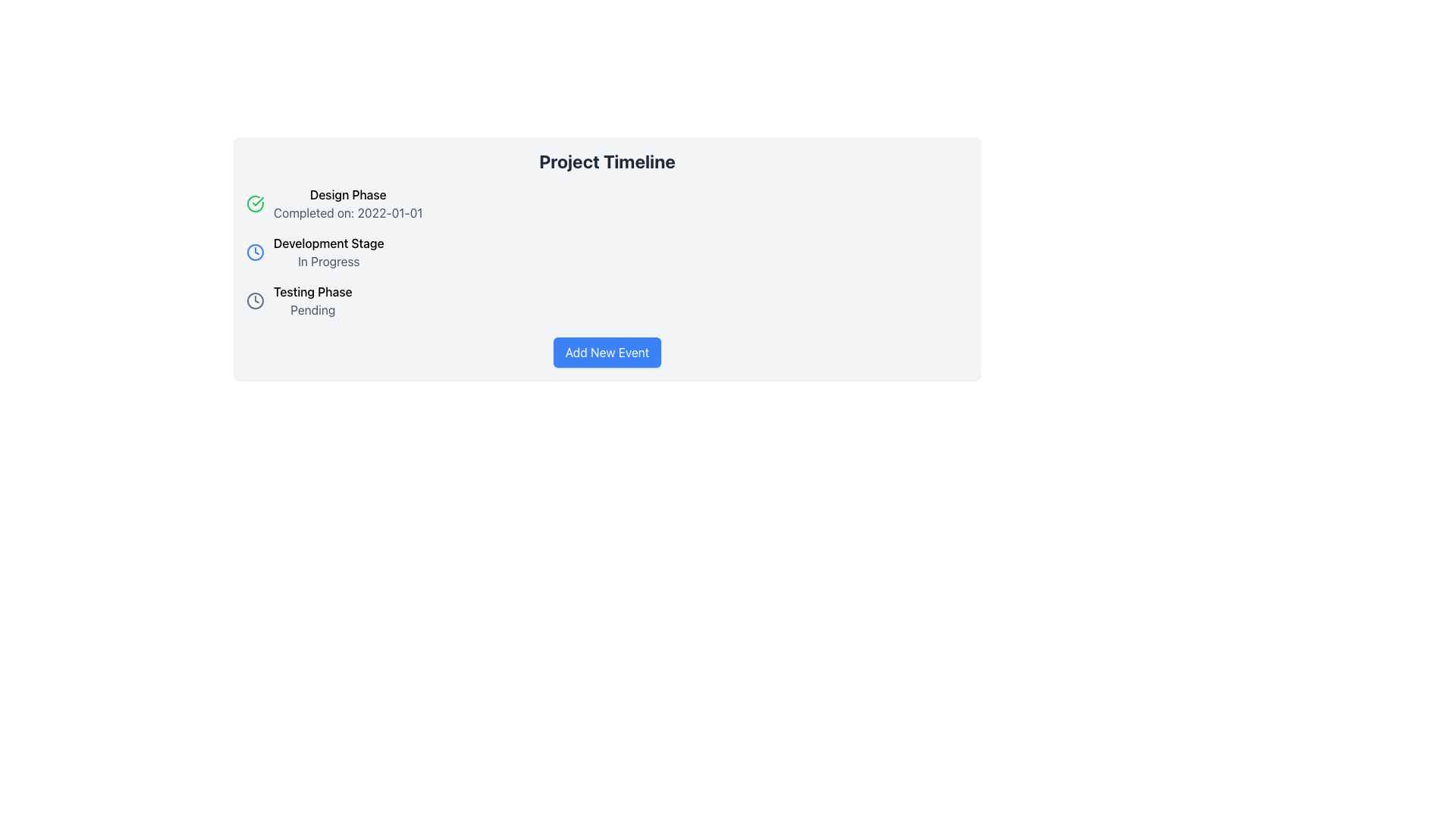  I want to click on the SVG Circle that represents the decorative boundary for the clock icon indicating the 'Development Stage' progress status in the 'Project Timeline' section, so click(255, 301).